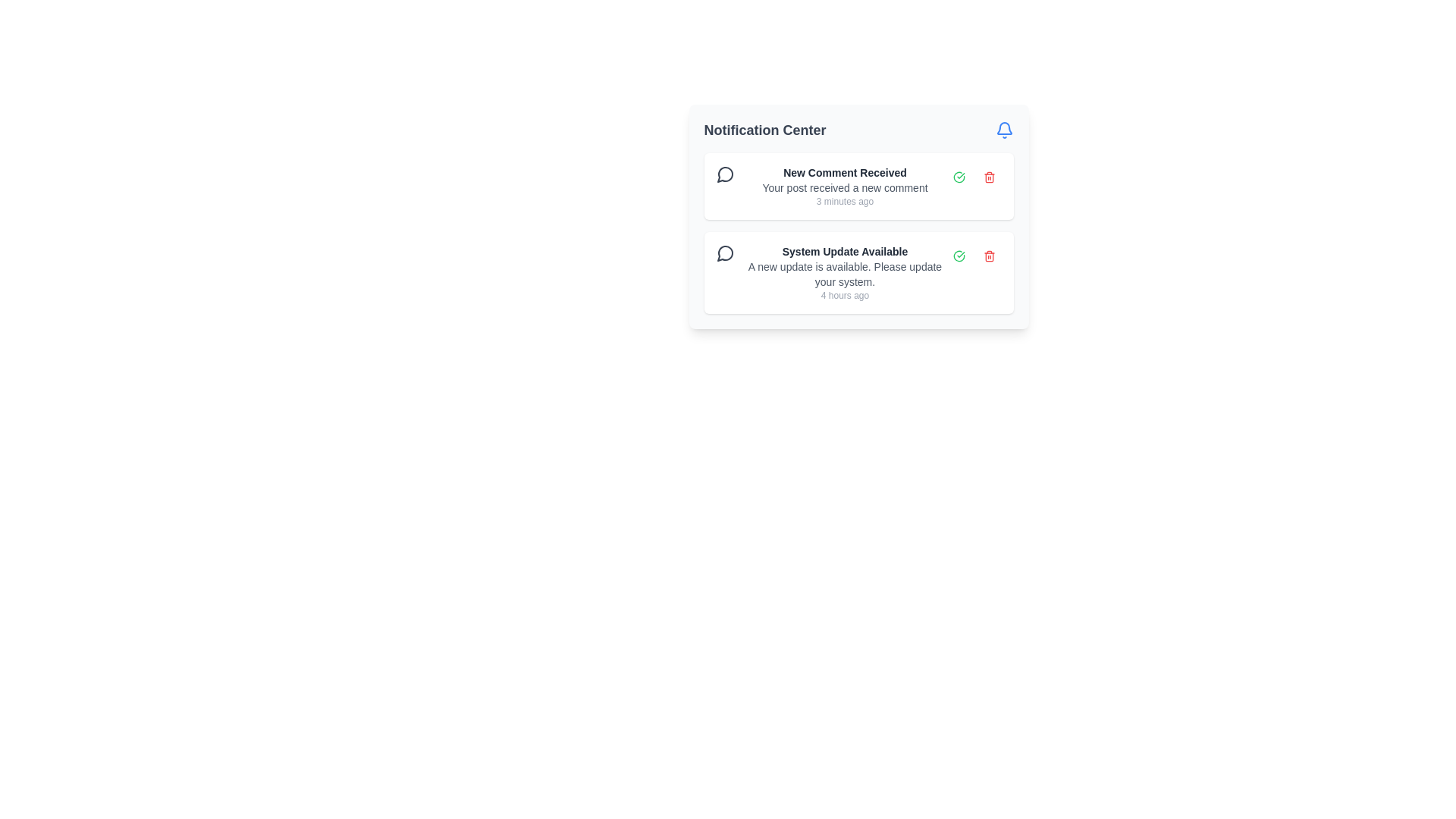  I want to click on text label that serves as the header for the notification message, located at the top of the first notification item in the Notification Center, so click(844, 171).